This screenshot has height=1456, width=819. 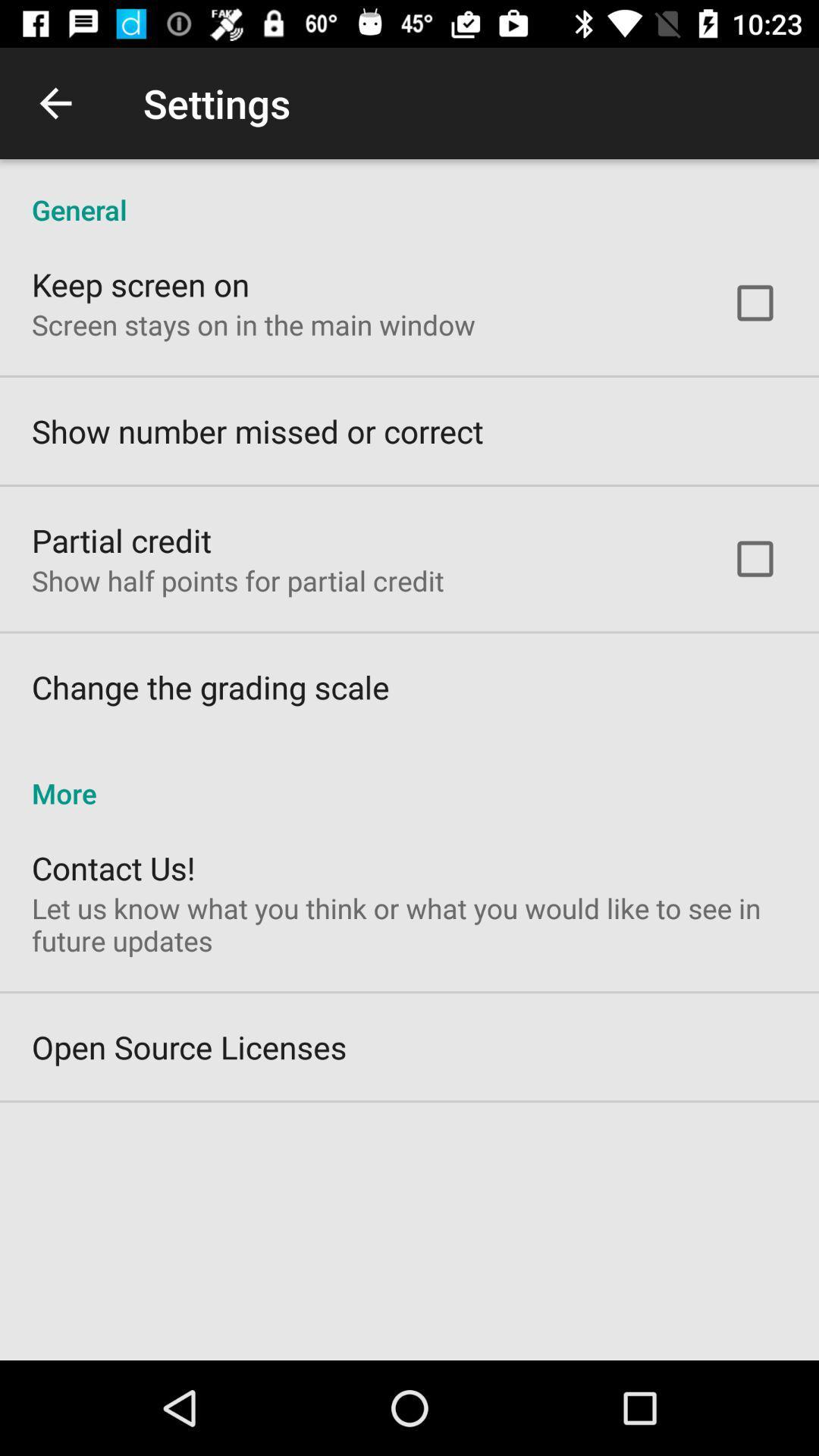 What do you see at coordinates (237, 579) in the screenshot?
I see `the item below the partial credit icon` at bounding box center [237, 579].